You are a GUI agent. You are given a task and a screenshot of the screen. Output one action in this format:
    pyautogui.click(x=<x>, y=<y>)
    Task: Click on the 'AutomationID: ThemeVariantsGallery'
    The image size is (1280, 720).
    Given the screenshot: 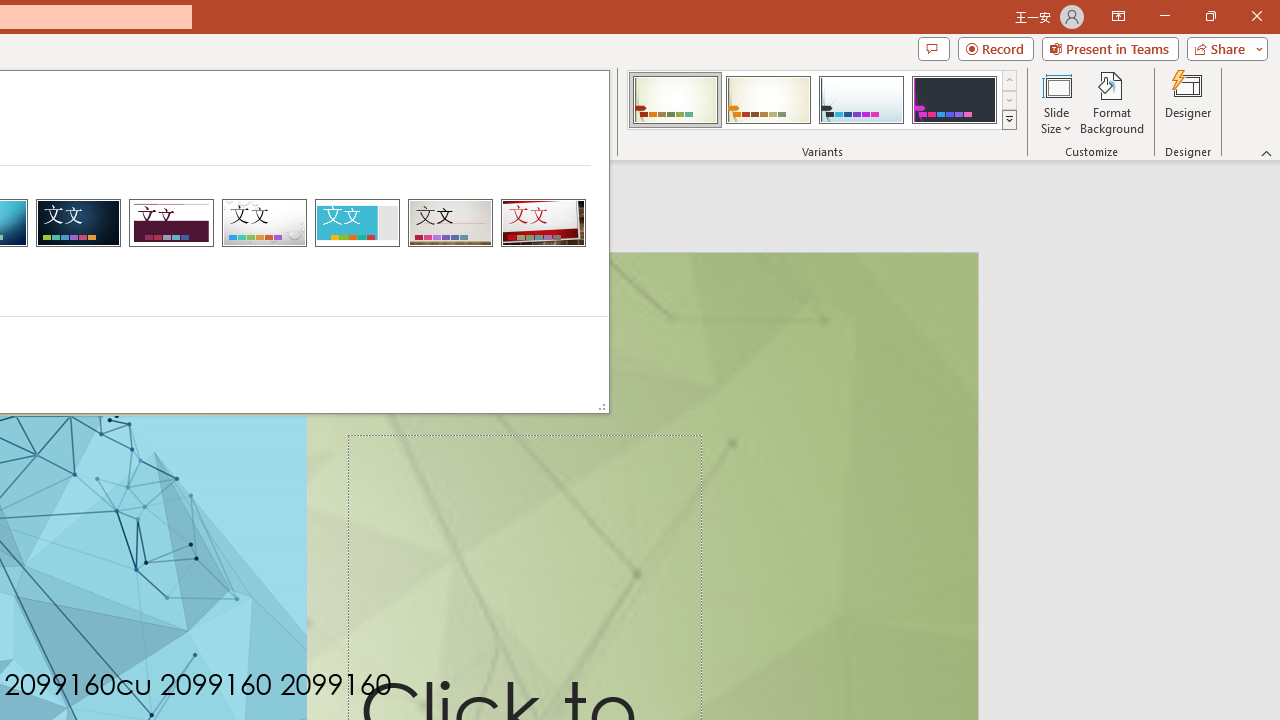 What is the action you would take?
    pyautogui.click(x=823, y=100)
    